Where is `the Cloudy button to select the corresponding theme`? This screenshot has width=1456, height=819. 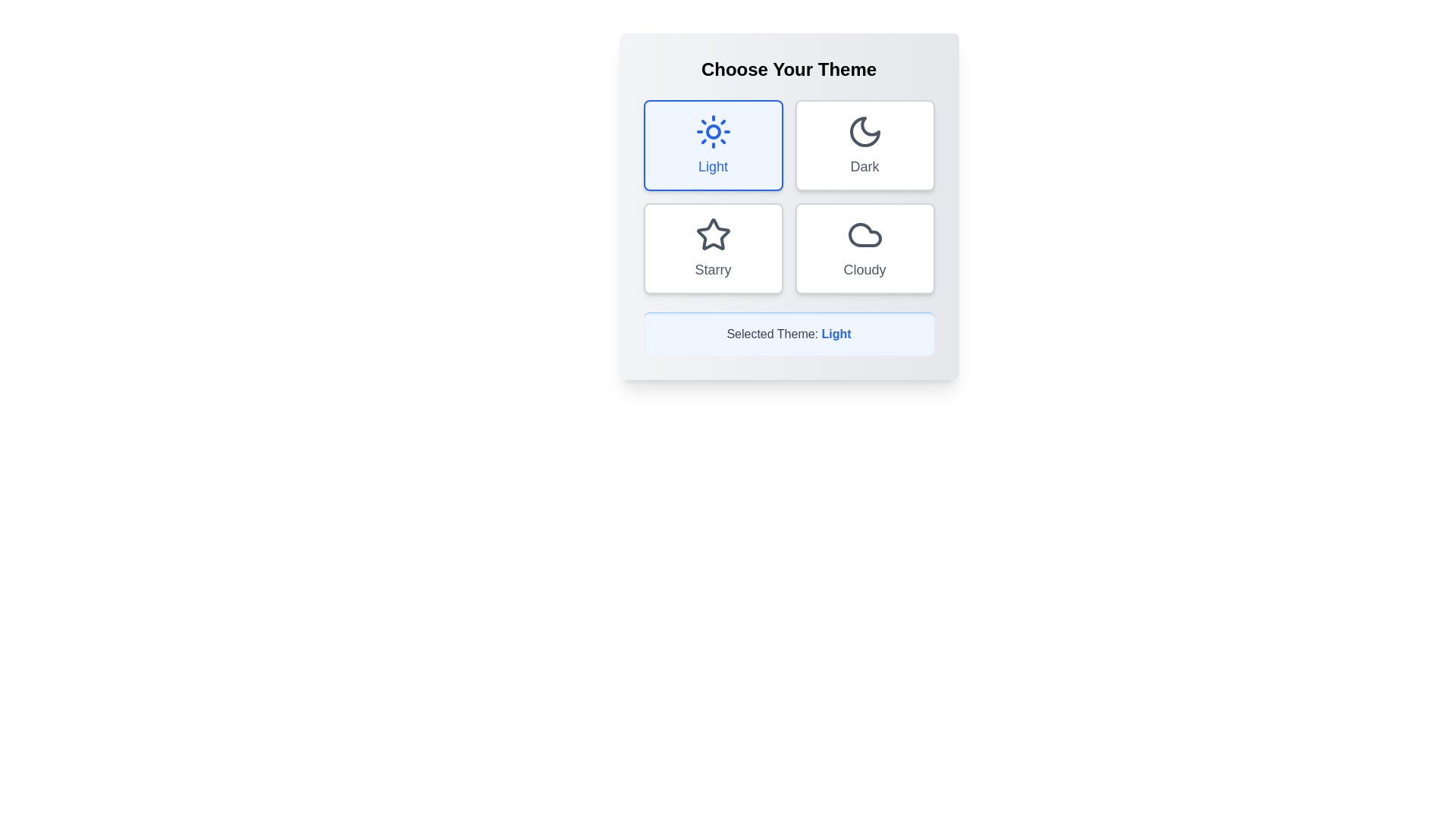
the Cloudy button to select the corresponding theme is located at coordinates (864, 247).